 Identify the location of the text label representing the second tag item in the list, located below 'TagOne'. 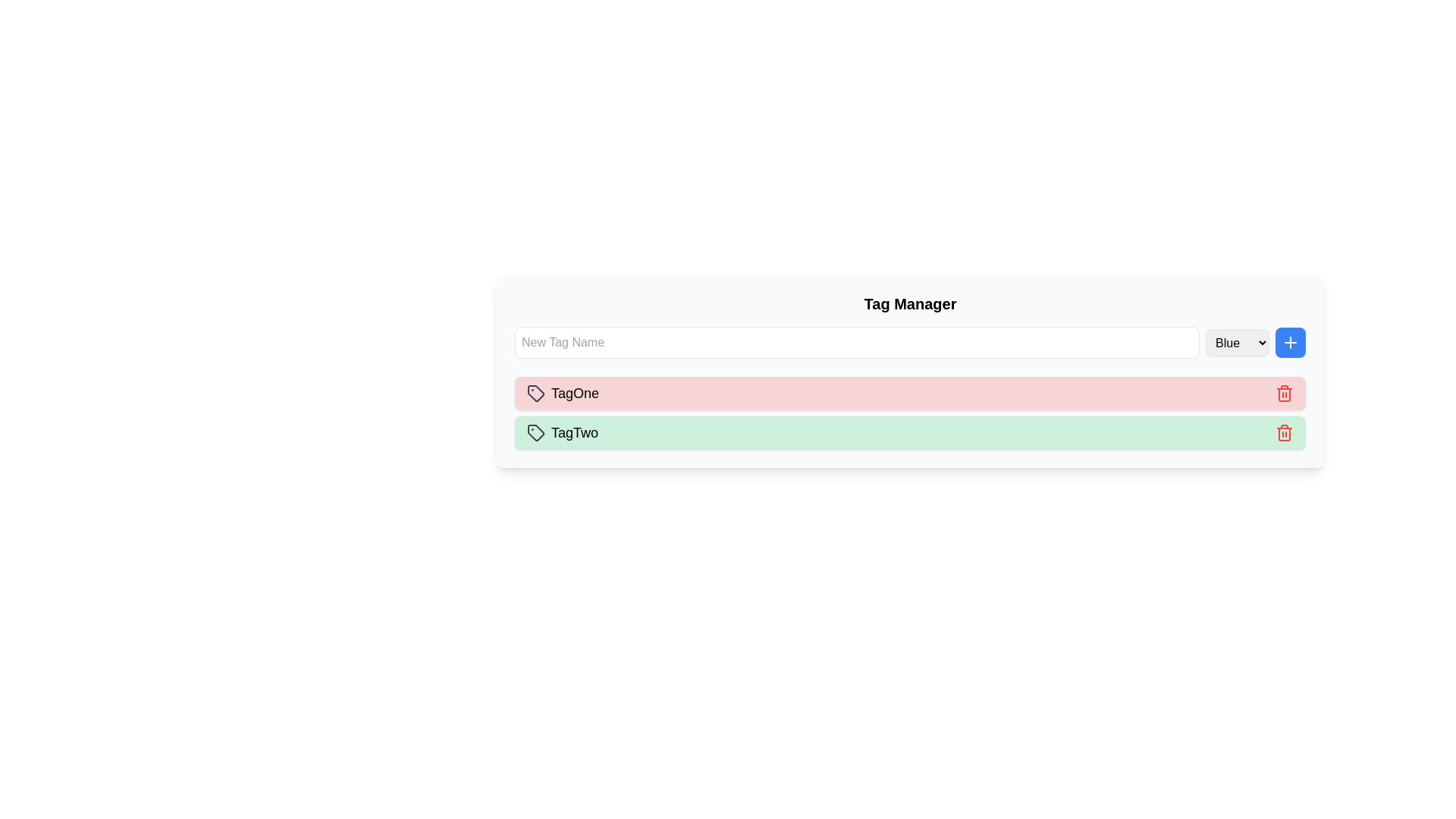
(574, 432).